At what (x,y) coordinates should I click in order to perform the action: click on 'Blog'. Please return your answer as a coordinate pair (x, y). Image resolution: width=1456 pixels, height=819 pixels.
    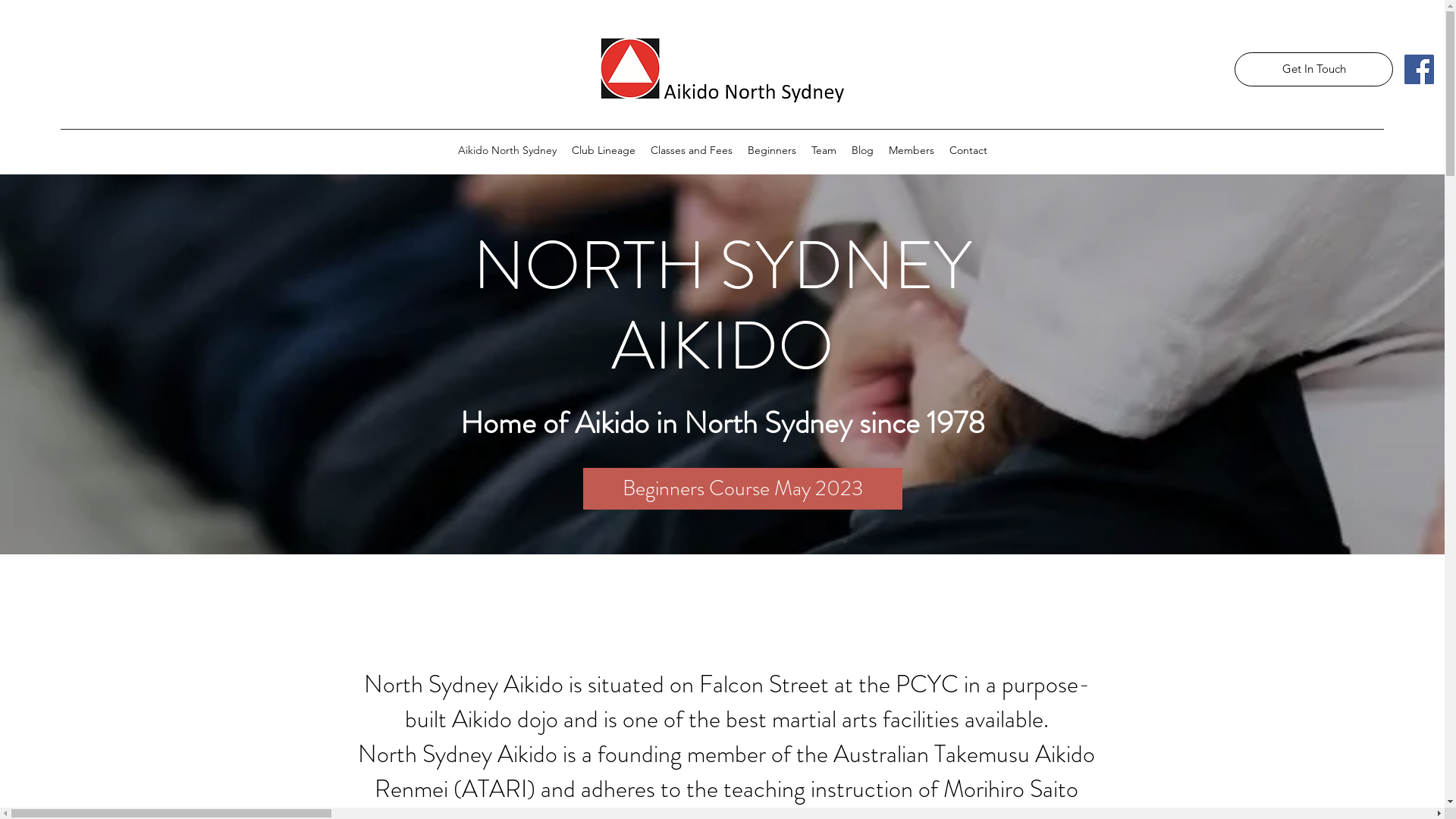
    Looking at the image, I should click on (861, 150).